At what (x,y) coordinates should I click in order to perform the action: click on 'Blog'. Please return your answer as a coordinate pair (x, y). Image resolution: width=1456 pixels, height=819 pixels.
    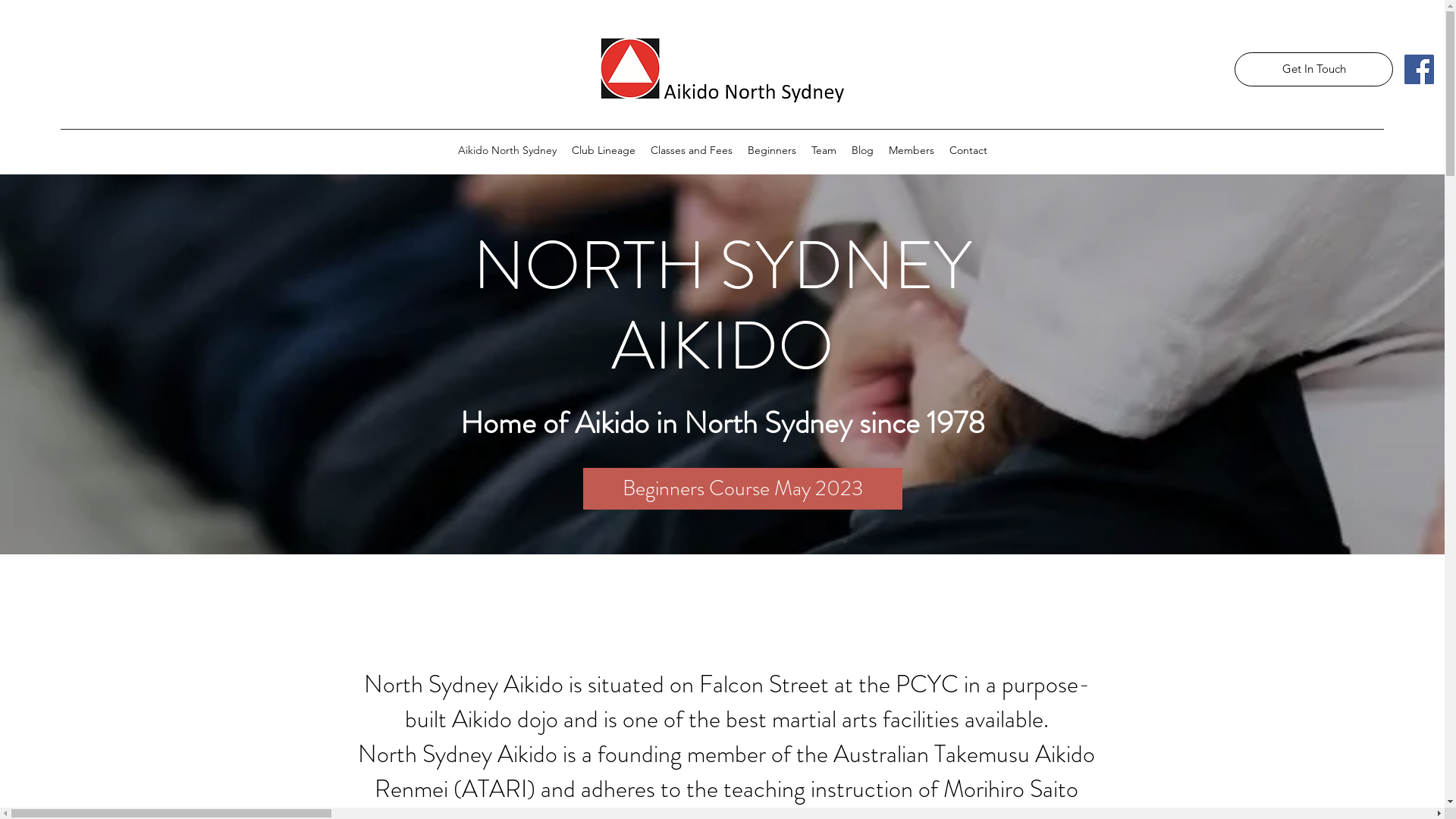
    Looking at the image, I should click on (861, 150).